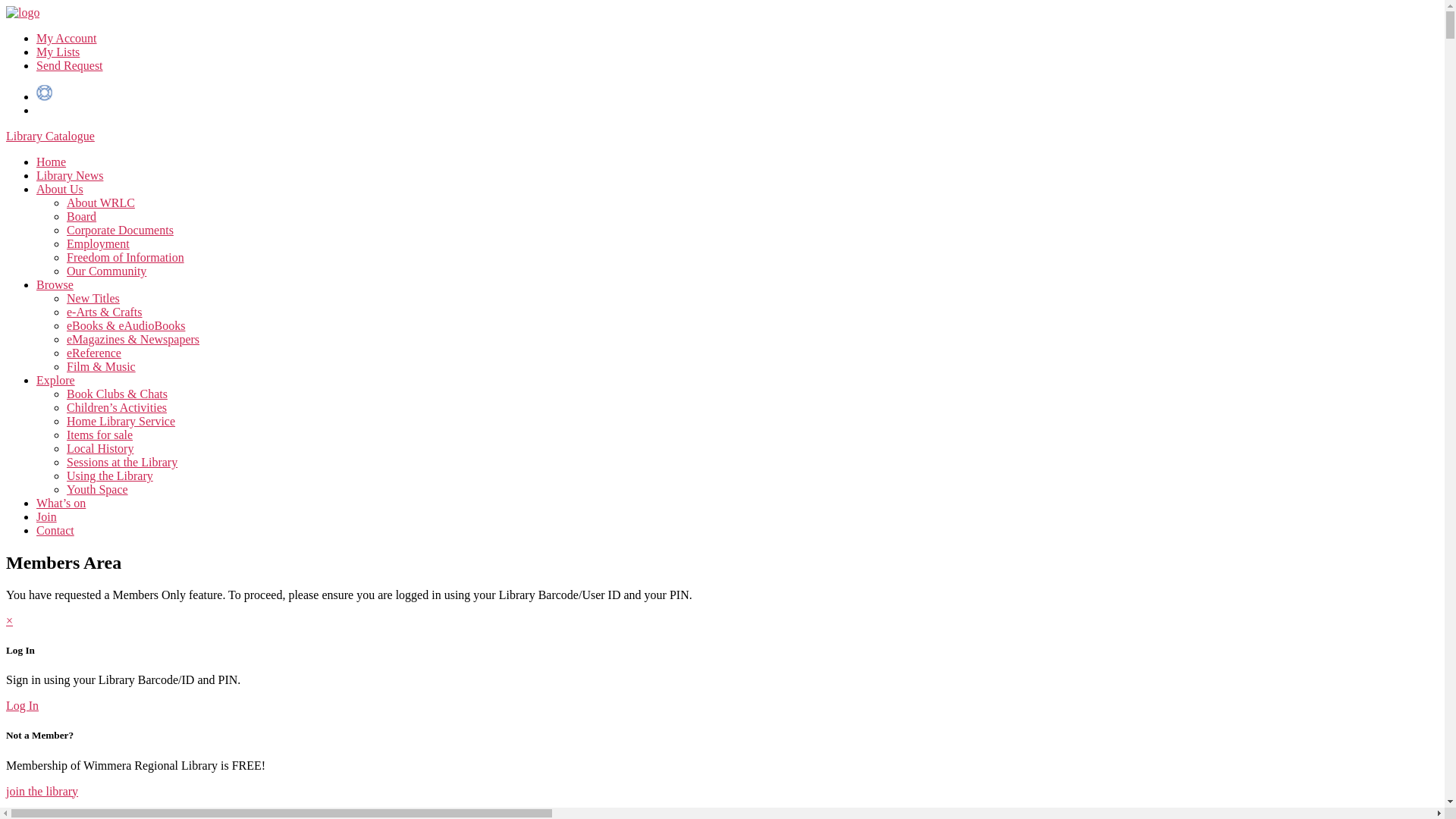 Image resolution: width=1456 pixels, height=819 pixels. I want to click on 'join the library', so click(6, 789).